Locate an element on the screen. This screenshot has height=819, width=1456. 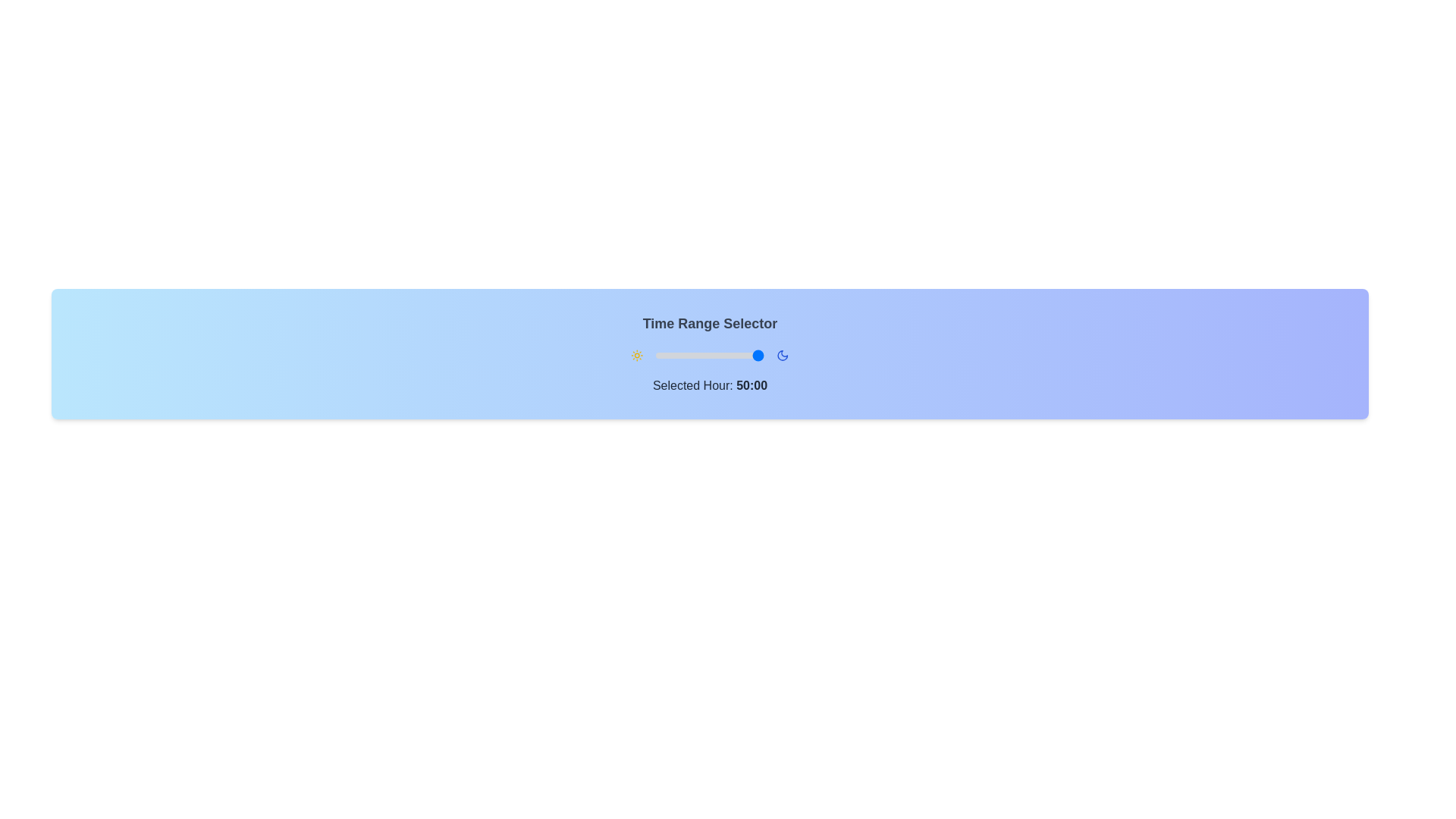
the time range slider to set the time to 2 is located at coordinates (660, 356).